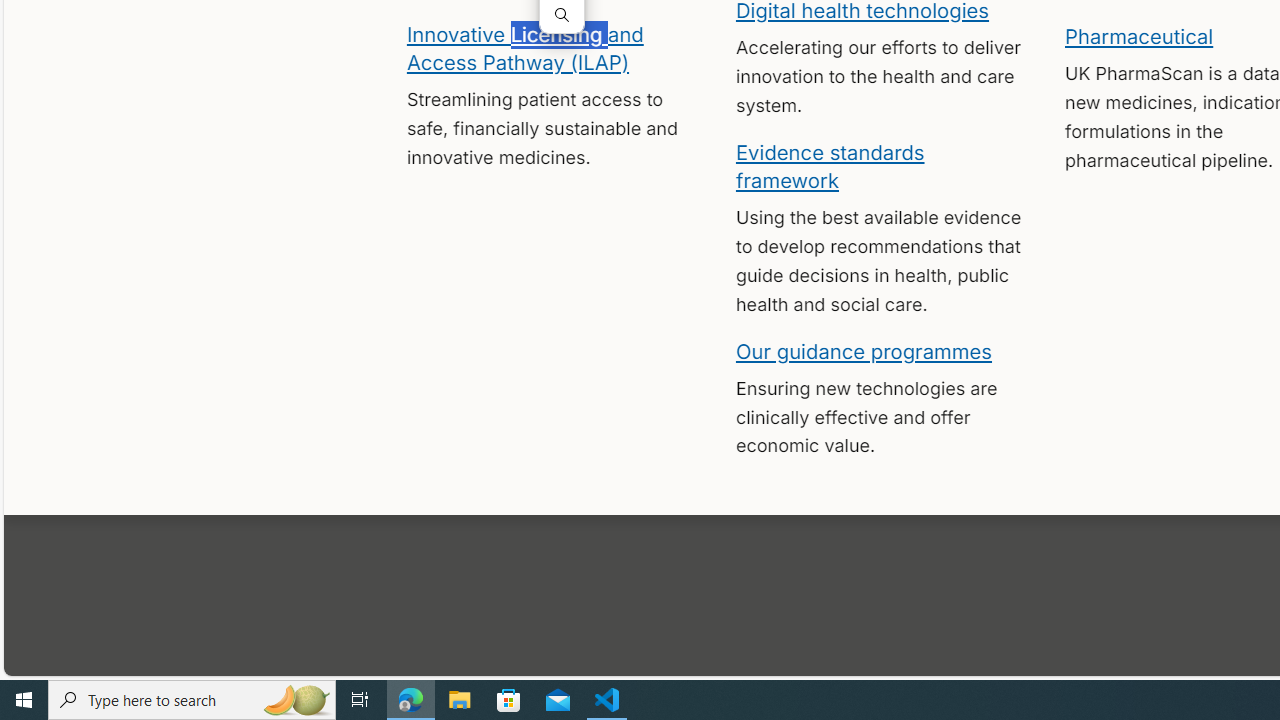 The width and height of the screenshot is (1280, 720). I want to click on 'Pharmaceutical', so click(1139, 36).